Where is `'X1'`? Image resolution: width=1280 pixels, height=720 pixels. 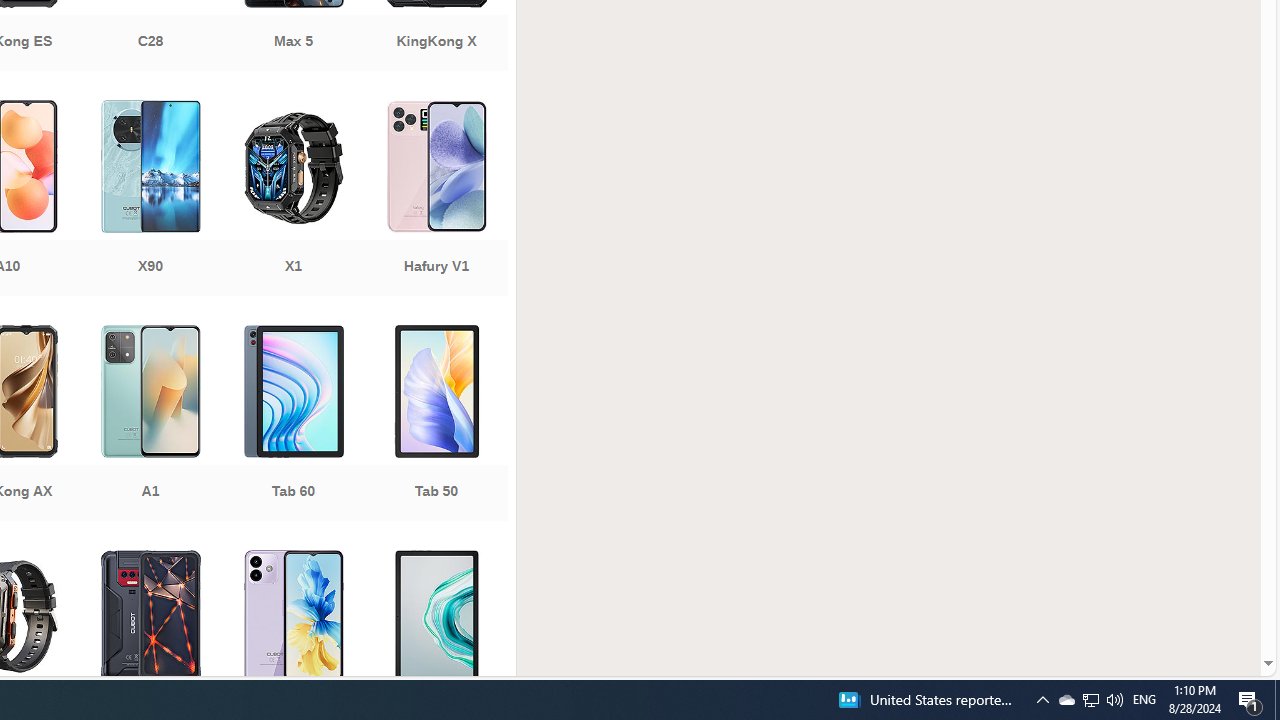
'X1' is located at coordinates (292, 200).